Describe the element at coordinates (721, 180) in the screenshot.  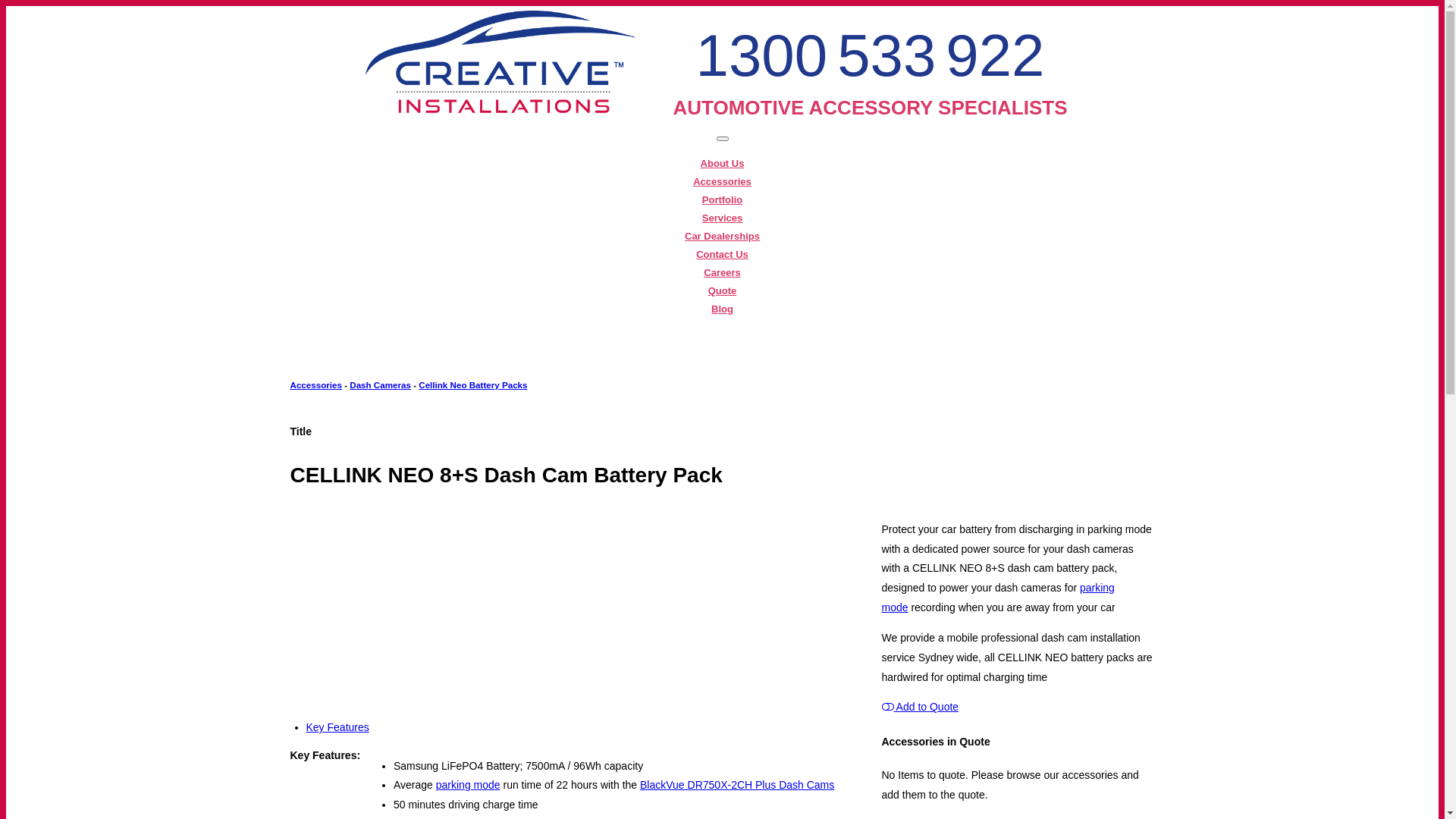
I see `'Accessories'` at that location.